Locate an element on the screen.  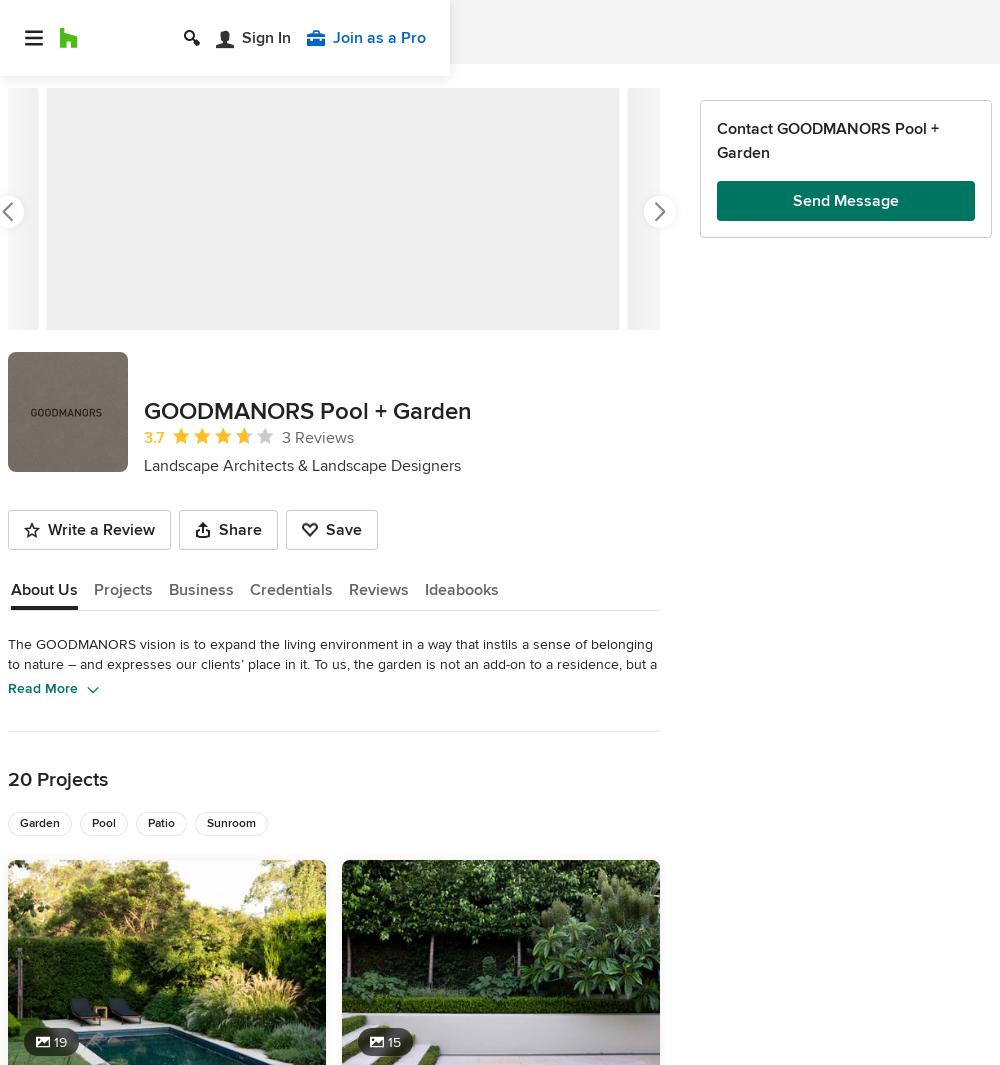
'Garden' is located at coordinates (40, 823).